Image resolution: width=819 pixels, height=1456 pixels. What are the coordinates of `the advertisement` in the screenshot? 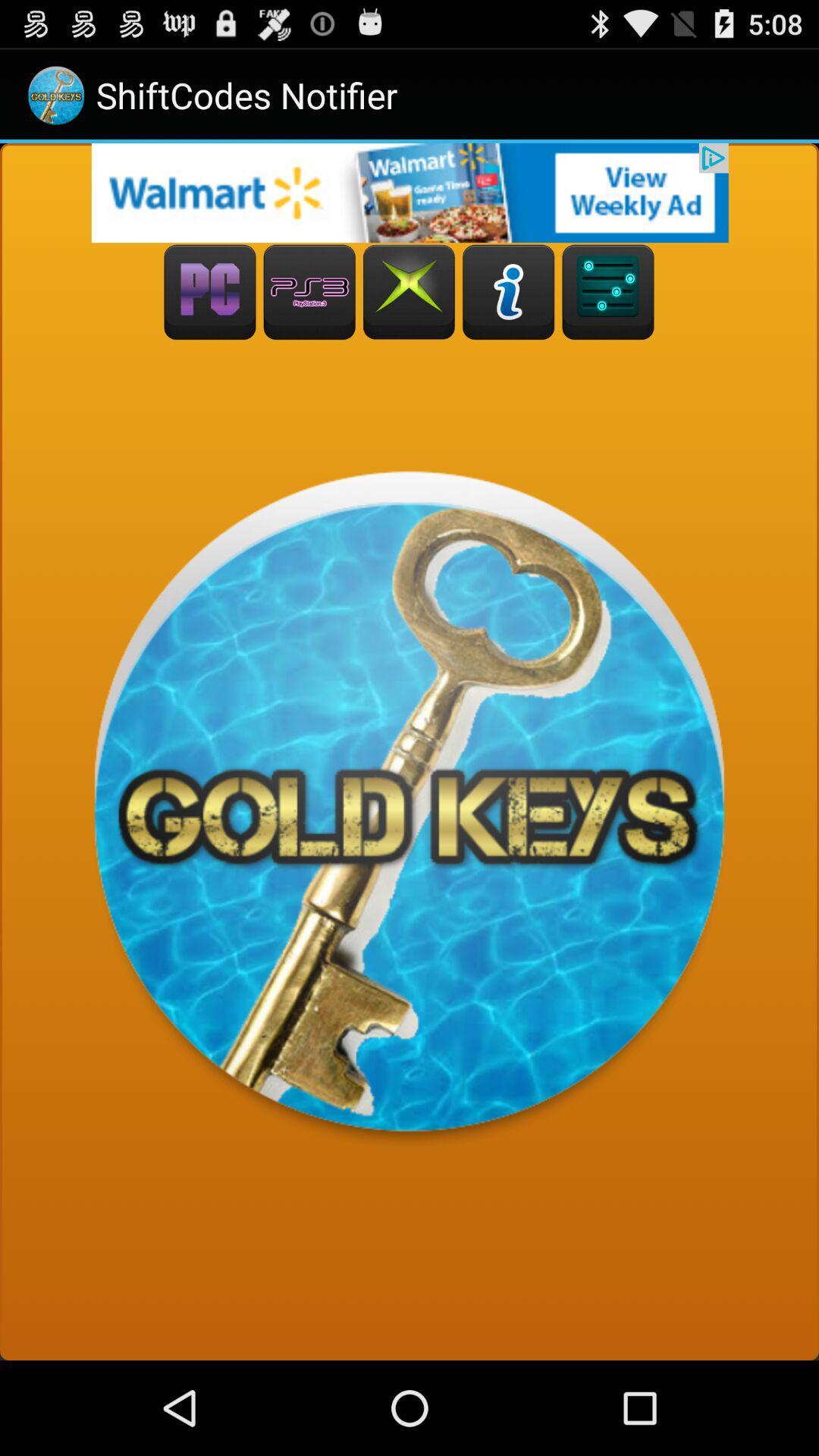 It's located at (409, 192).